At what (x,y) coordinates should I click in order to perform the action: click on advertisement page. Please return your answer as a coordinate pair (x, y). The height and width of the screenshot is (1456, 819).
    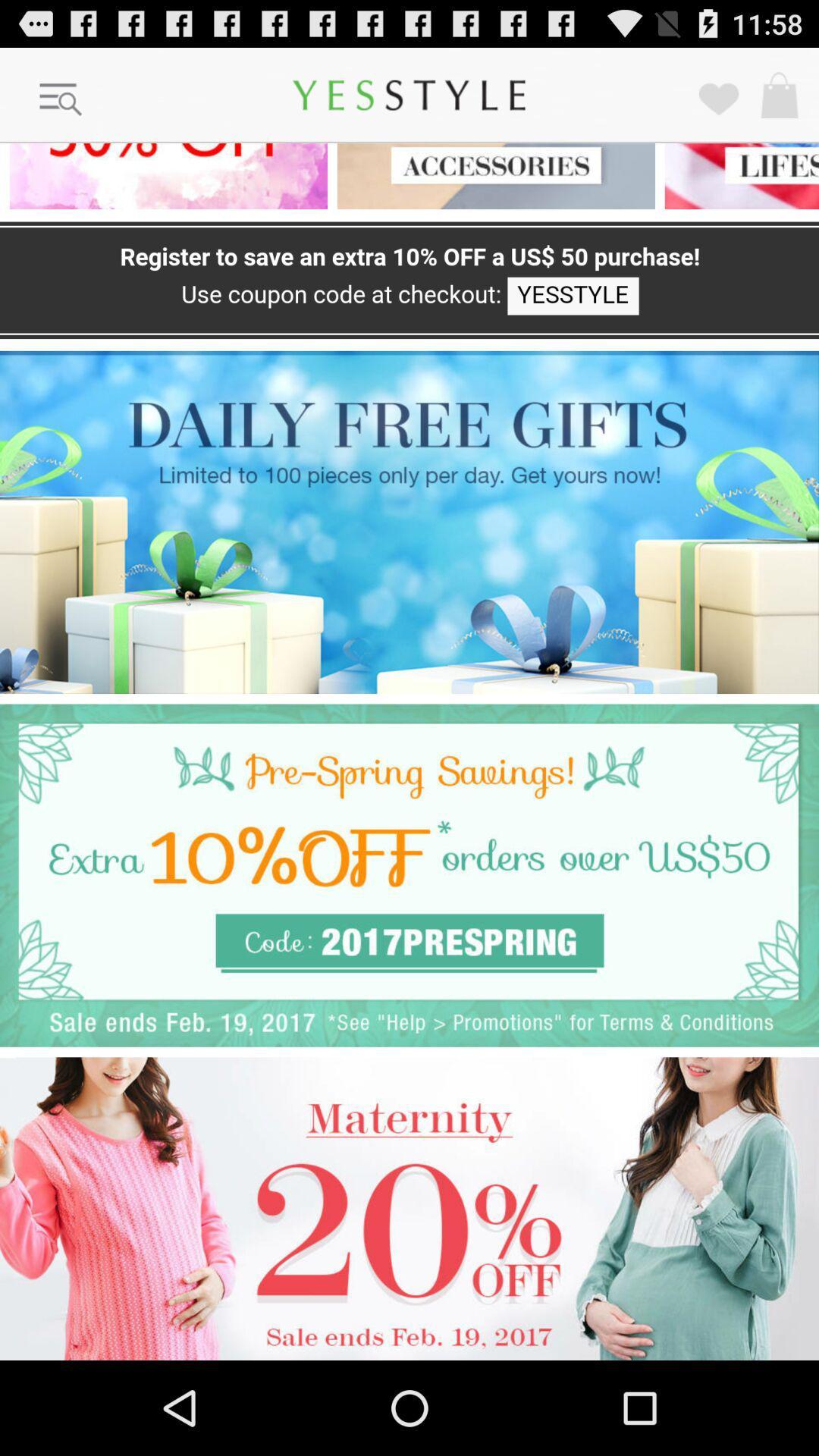
    Looking at the image, I should click on (409, 875).